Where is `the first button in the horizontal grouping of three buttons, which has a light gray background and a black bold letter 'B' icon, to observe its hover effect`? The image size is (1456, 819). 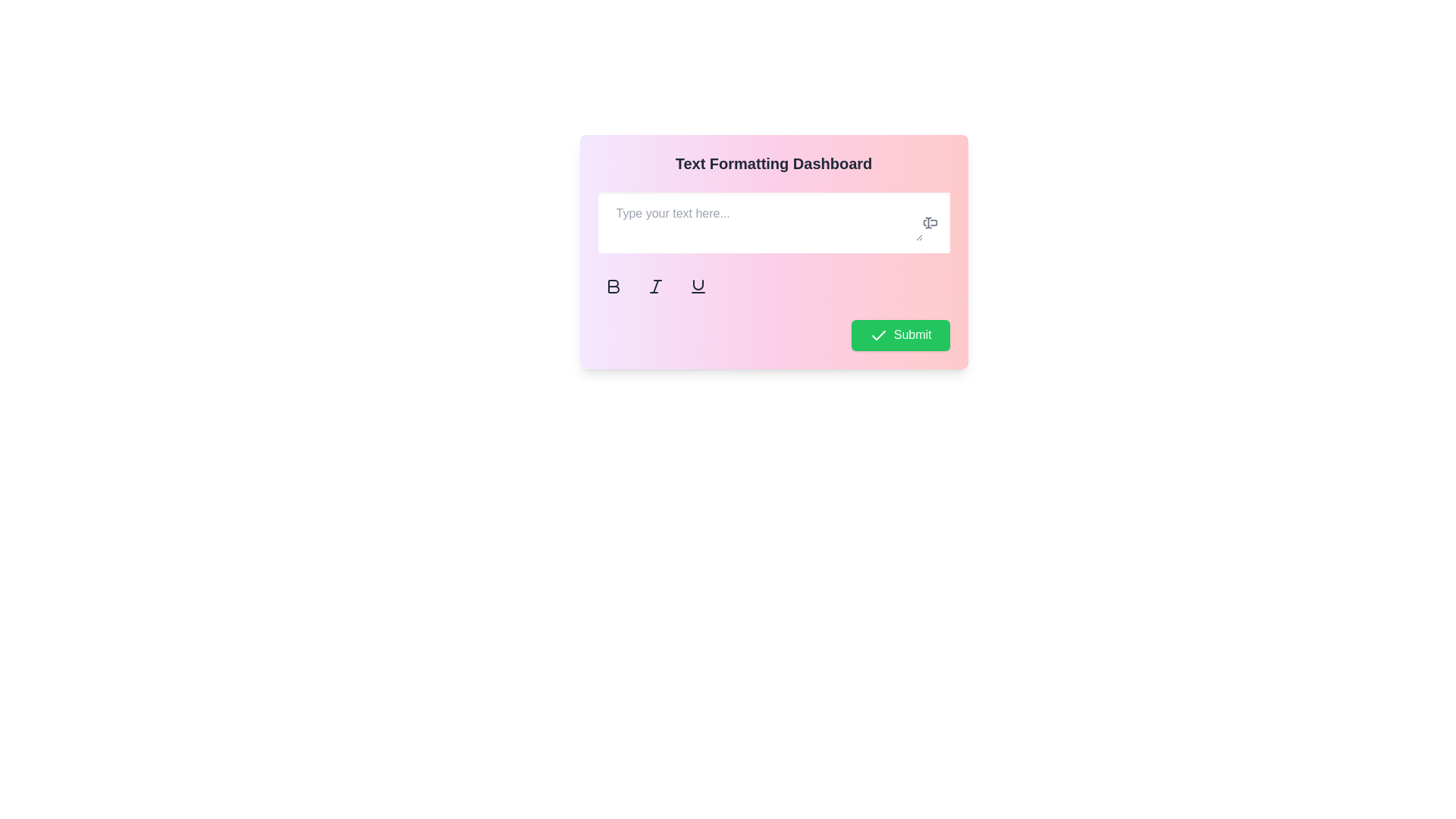 the first button in the horizontal grouping of three buttons, which has a light gray background and a black bold letter 'B' icon, to observe its hover effect is located at coordinates (613, 287).